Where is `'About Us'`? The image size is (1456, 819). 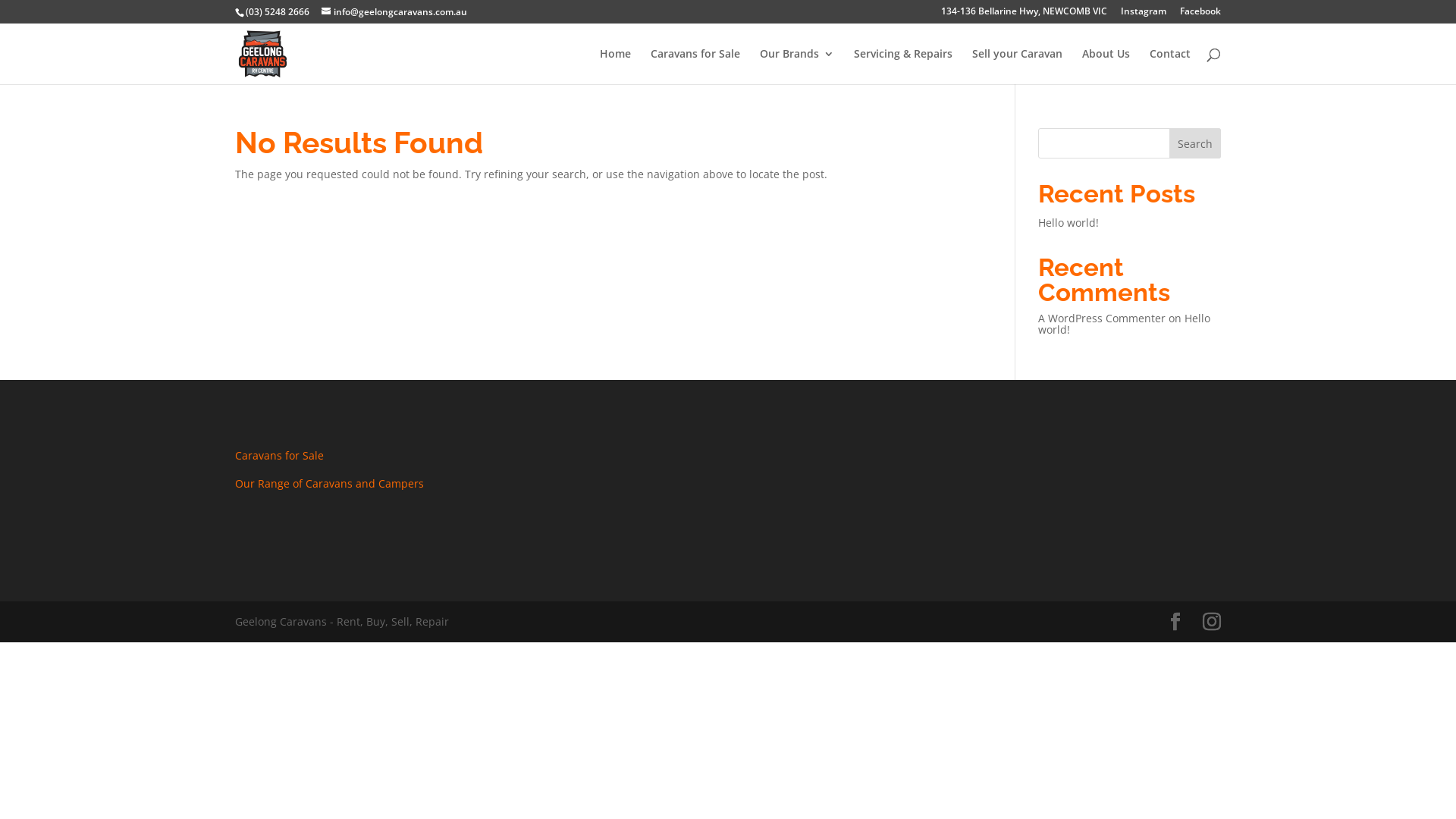
'About Us' is located at coordinates (1106, 65).